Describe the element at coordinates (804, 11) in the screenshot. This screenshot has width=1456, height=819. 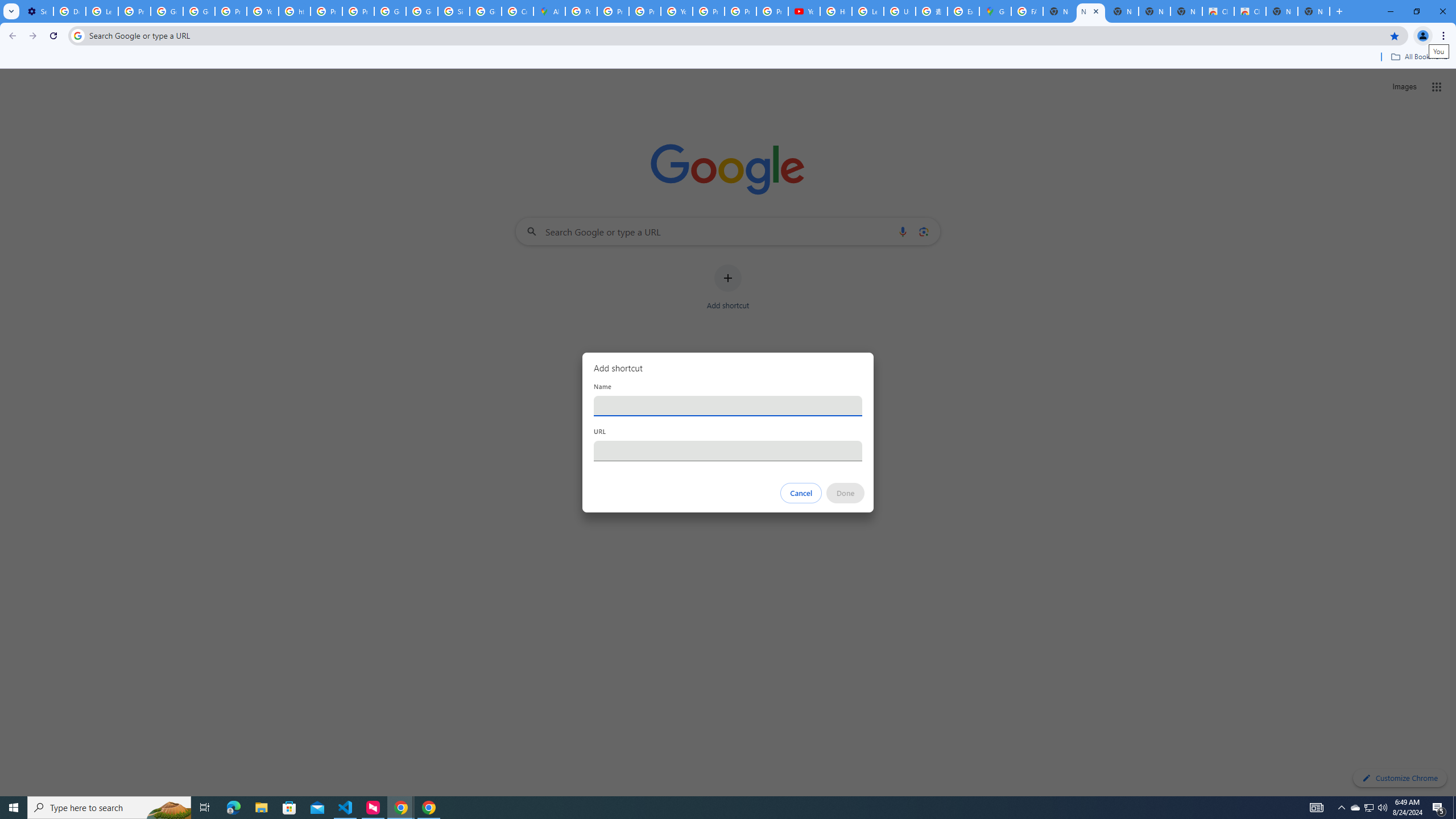
I see `'YouTube'` at that location.